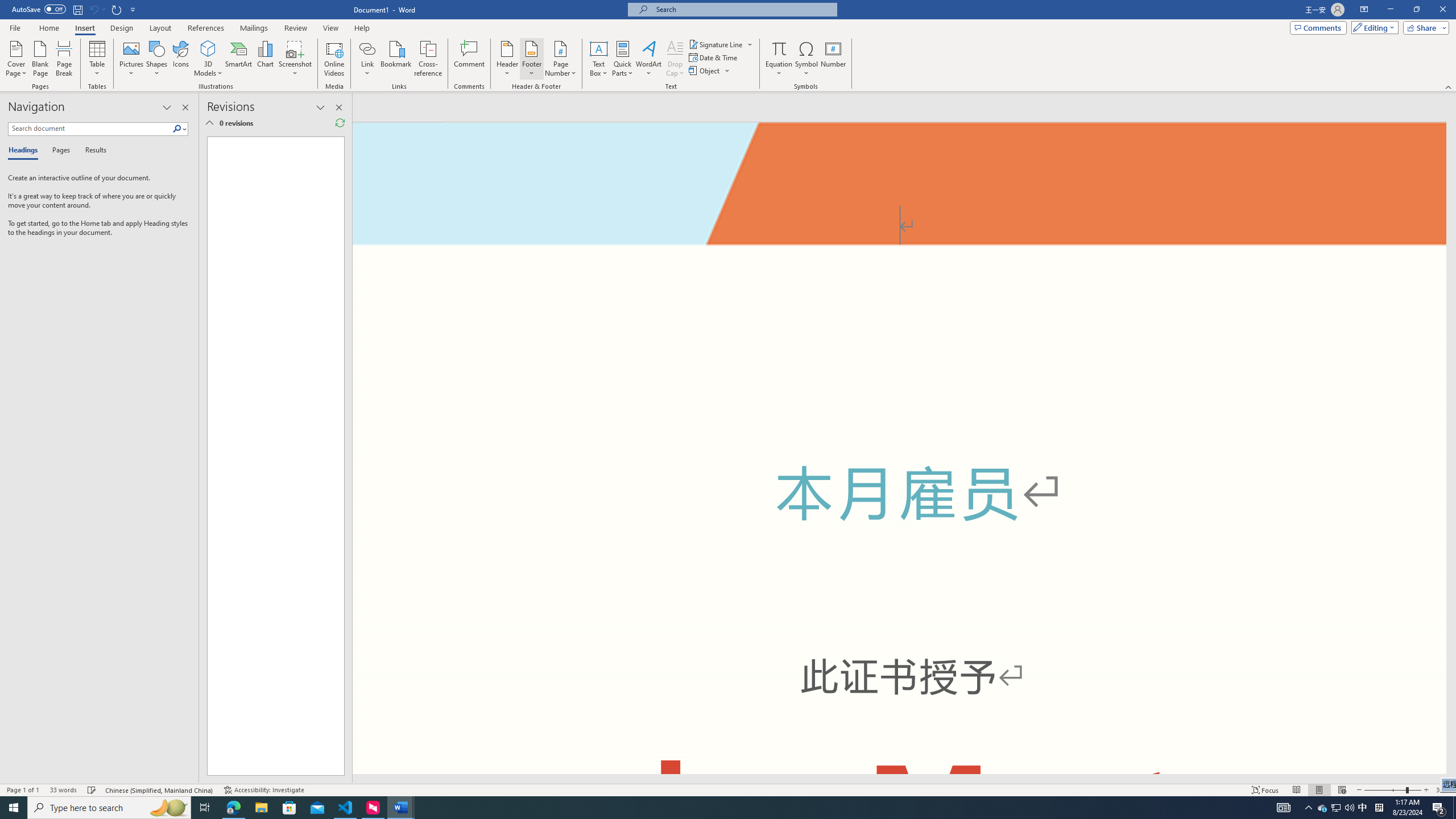 The image size is (1456, 819). I want to click on 'Pictures', so click(131, 59).